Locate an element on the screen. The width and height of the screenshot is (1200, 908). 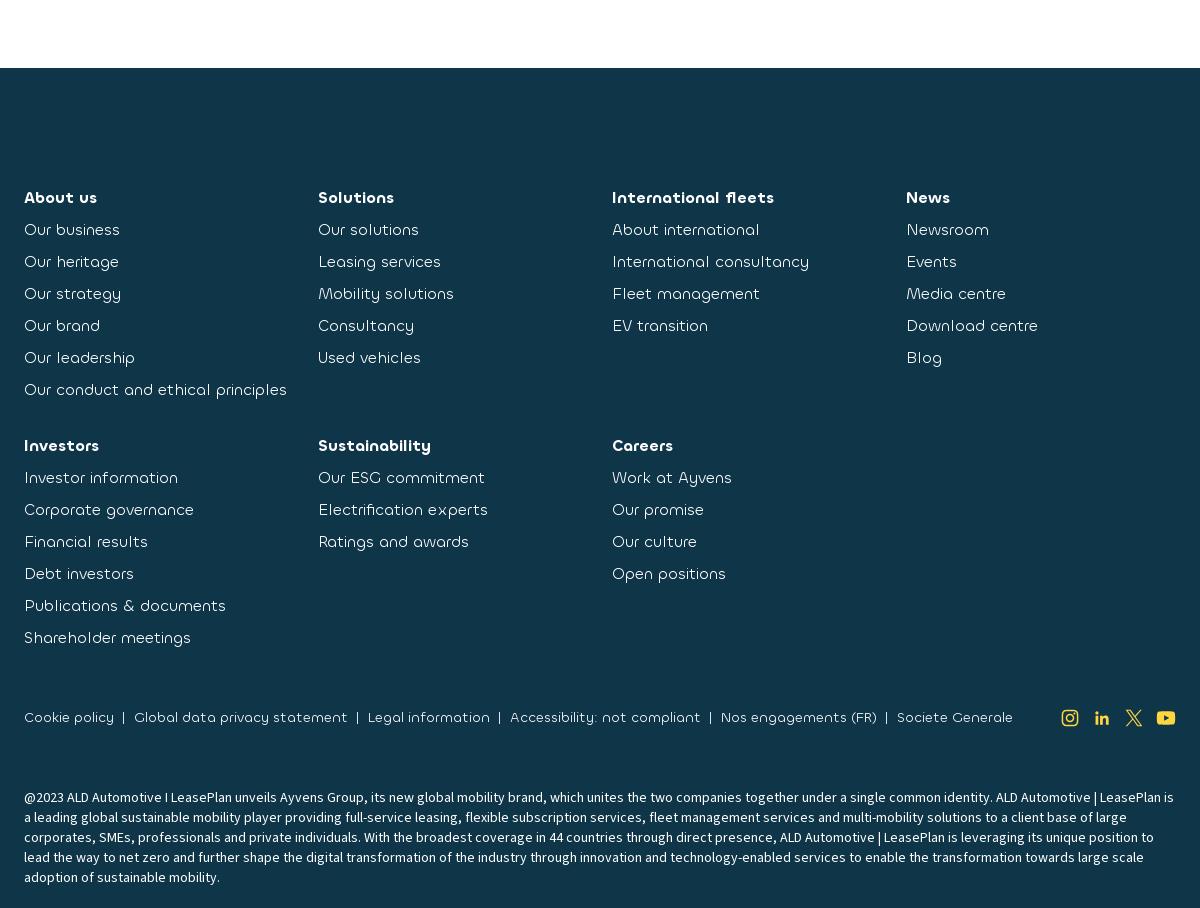
'@2023 ALD Automotive I LeasePlan unveils Ayvens Group, its new global mobility brand, which unites the two companies together under a single common identity. ALD Automotive | LeasePlan is a leading global sustainable mobility player providing full-service leasing, flexible subscription services, fleet management services and multi-mobility solutions to a client base of large corporates, SMEs, professionals and private individuals. With the broadest coverage in 44 countries through direct presence, ALD Automotive | LeasePlan is leveraging its unique position to lead the way to net zero and further shape the digital transformation of the industry through innovation and technology-enabled services to enable the transformation towards large scale adoption of sustainable mobility.' is located at coordinates (598, 836).